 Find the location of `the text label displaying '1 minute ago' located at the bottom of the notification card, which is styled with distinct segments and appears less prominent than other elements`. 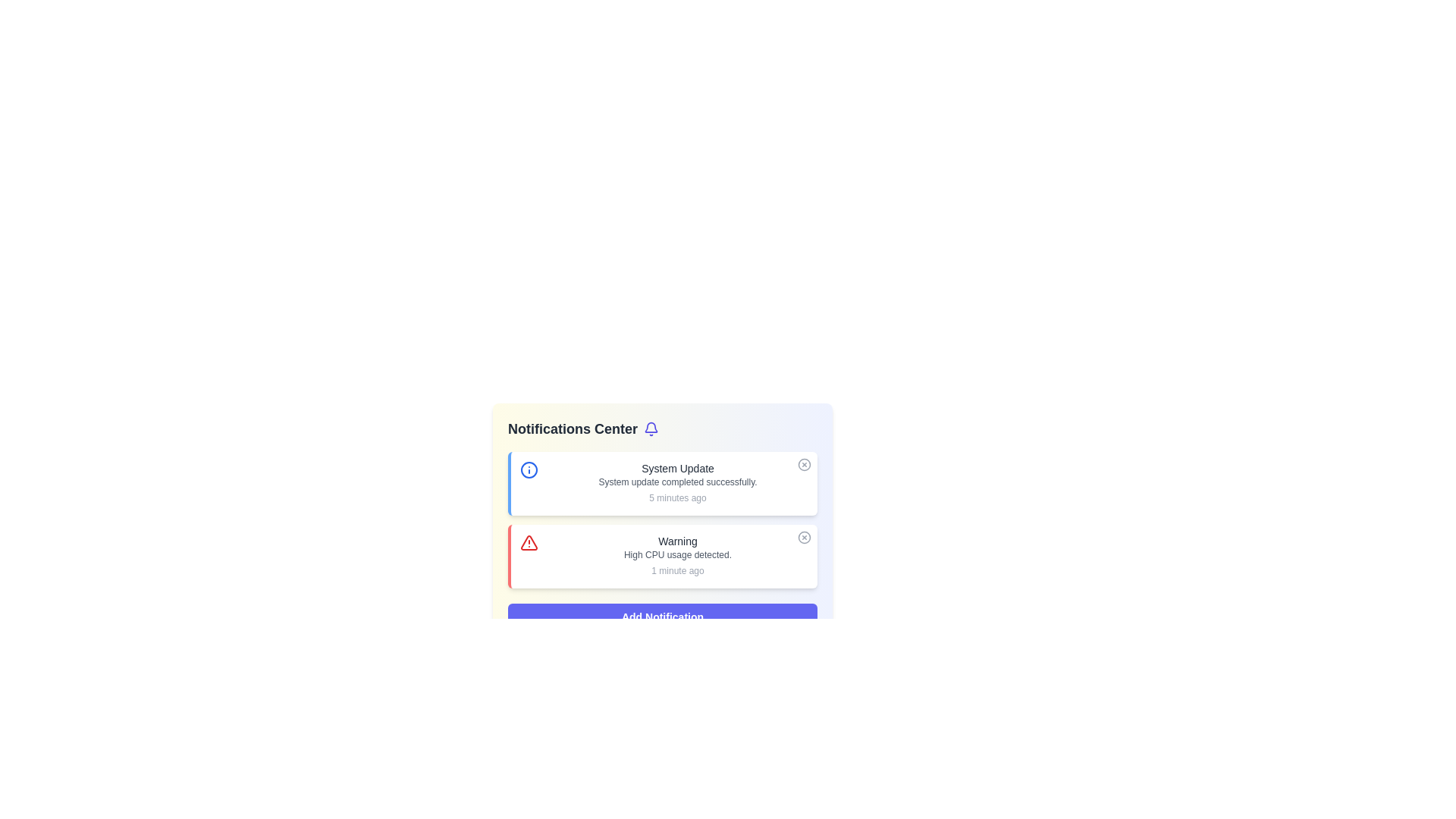

the text label displaying '1 minute ago' located at the bottom of the notification card, which is styled with distinct segments and appears less prominent than other elements is located at coordinates (676, 570).